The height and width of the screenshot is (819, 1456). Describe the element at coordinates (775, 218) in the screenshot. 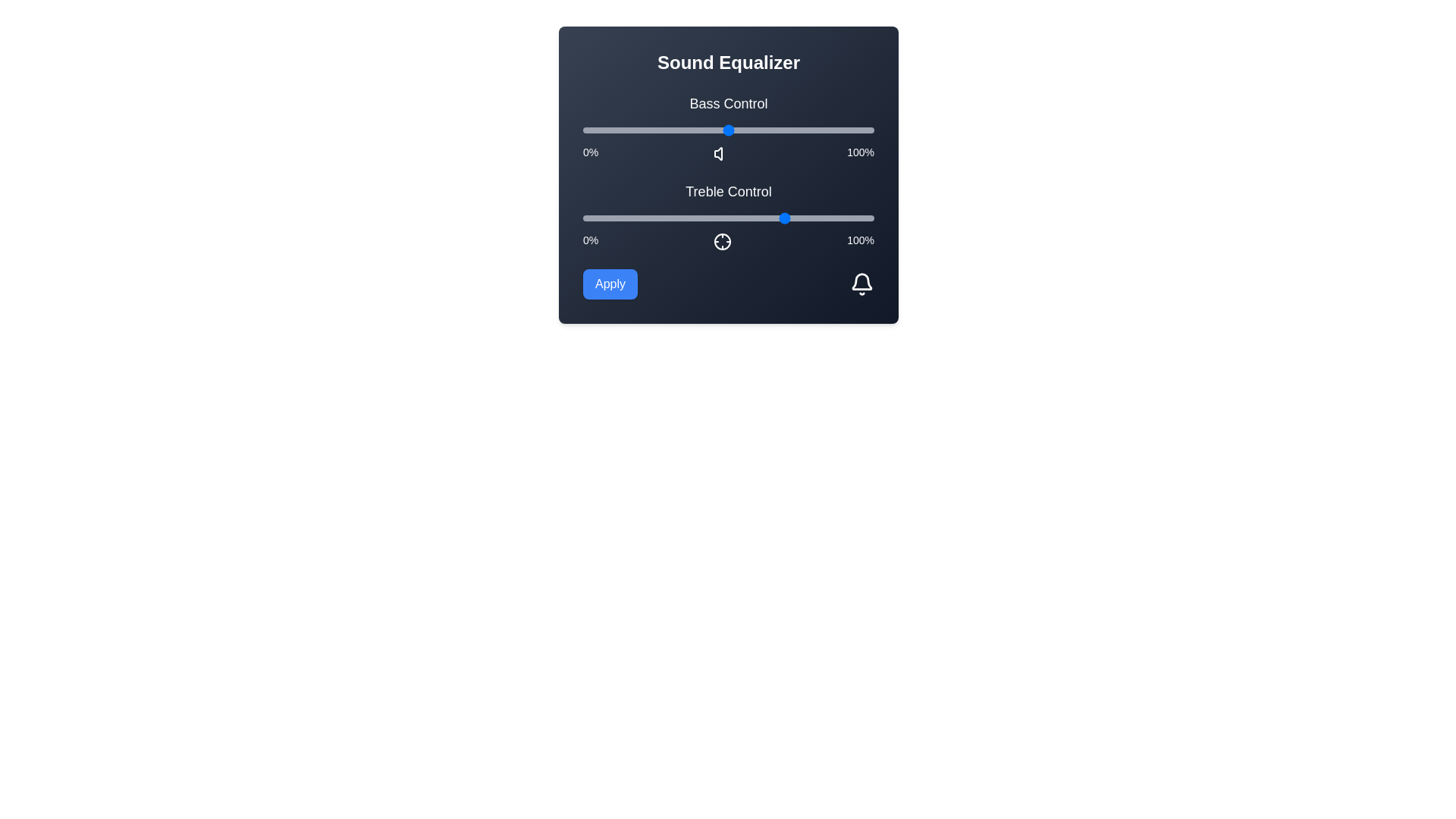

I see `the treble slider to 66%` at that location.